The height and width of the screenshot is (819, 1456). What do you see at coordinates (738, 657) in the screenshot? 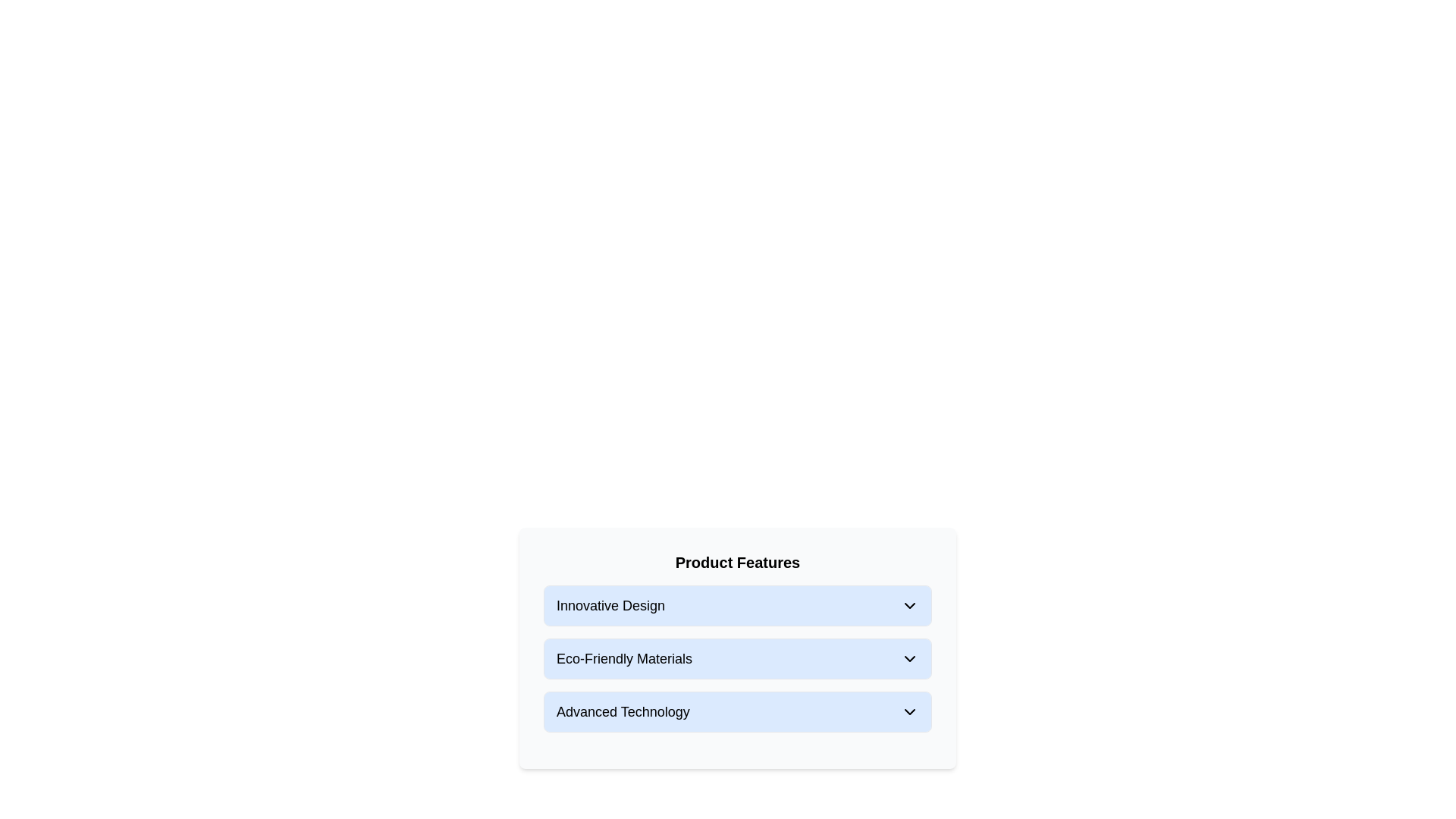
I see `the 'Eco-Friendly Materials' dropdown button` at bounding box center [738, 657].